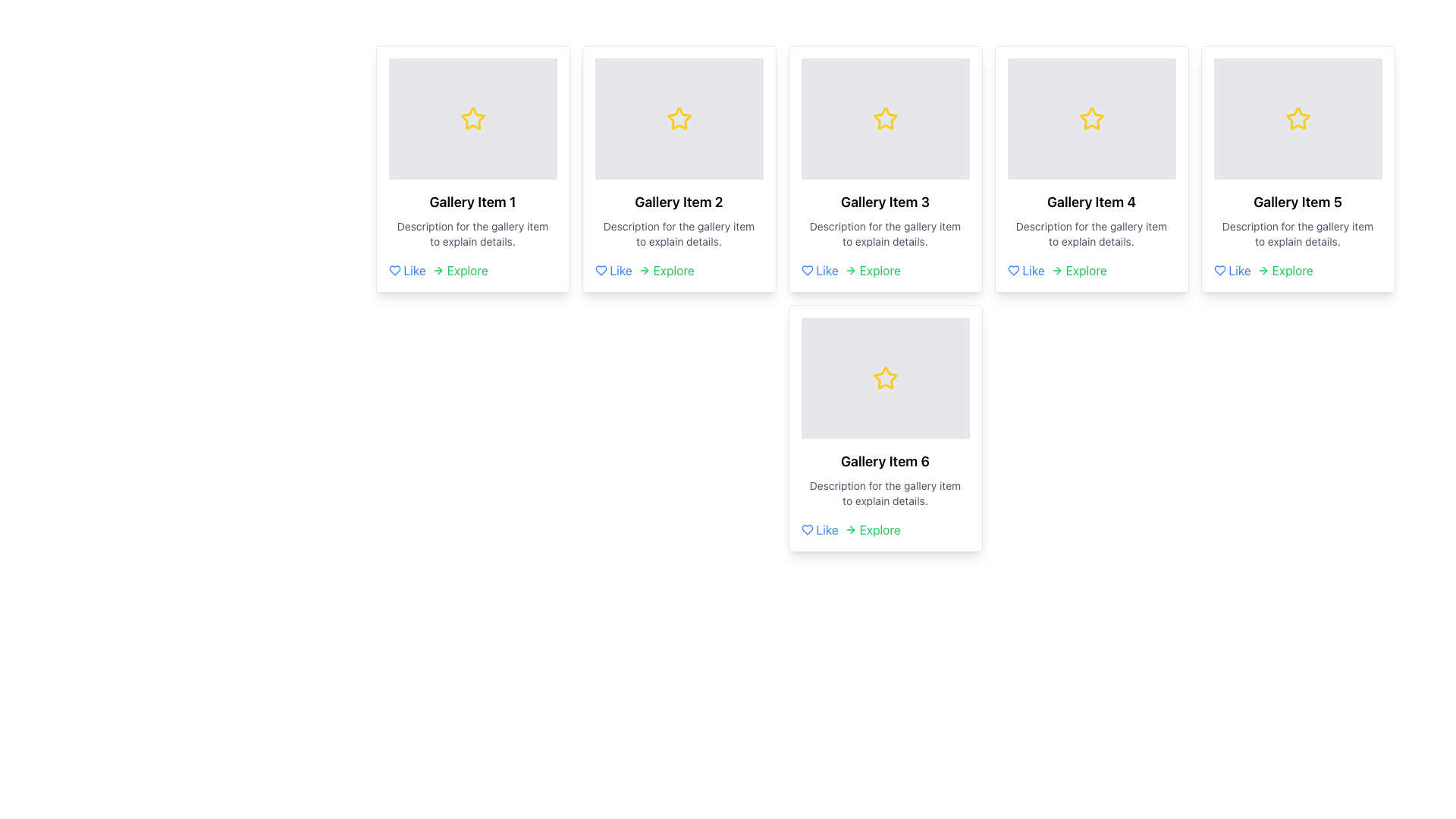 This screenshot has height=819, width=1456. I want to click on the visual indicator icon located in the upper right corner of the fifth gallery card, positioned at the center of the grey image placeholder, so click(1297, 118).